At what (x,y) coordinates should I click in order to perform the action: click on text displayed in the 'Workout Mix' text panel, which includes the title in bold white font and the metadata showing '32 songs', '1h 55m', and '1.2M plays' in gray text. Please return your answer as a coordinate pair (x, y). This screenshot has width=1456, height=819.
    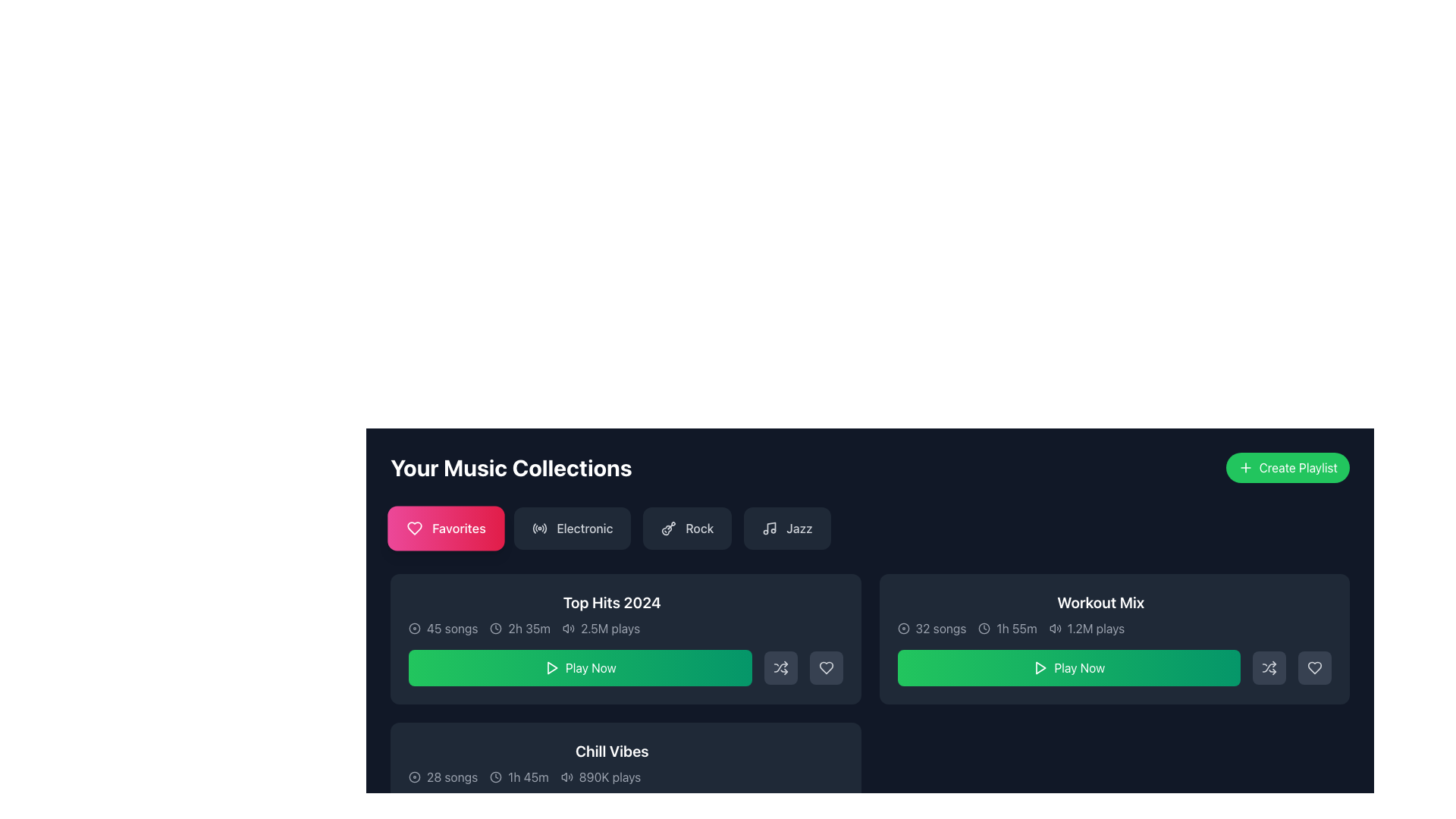
    Looking at the image, I should click on (1100, 614).